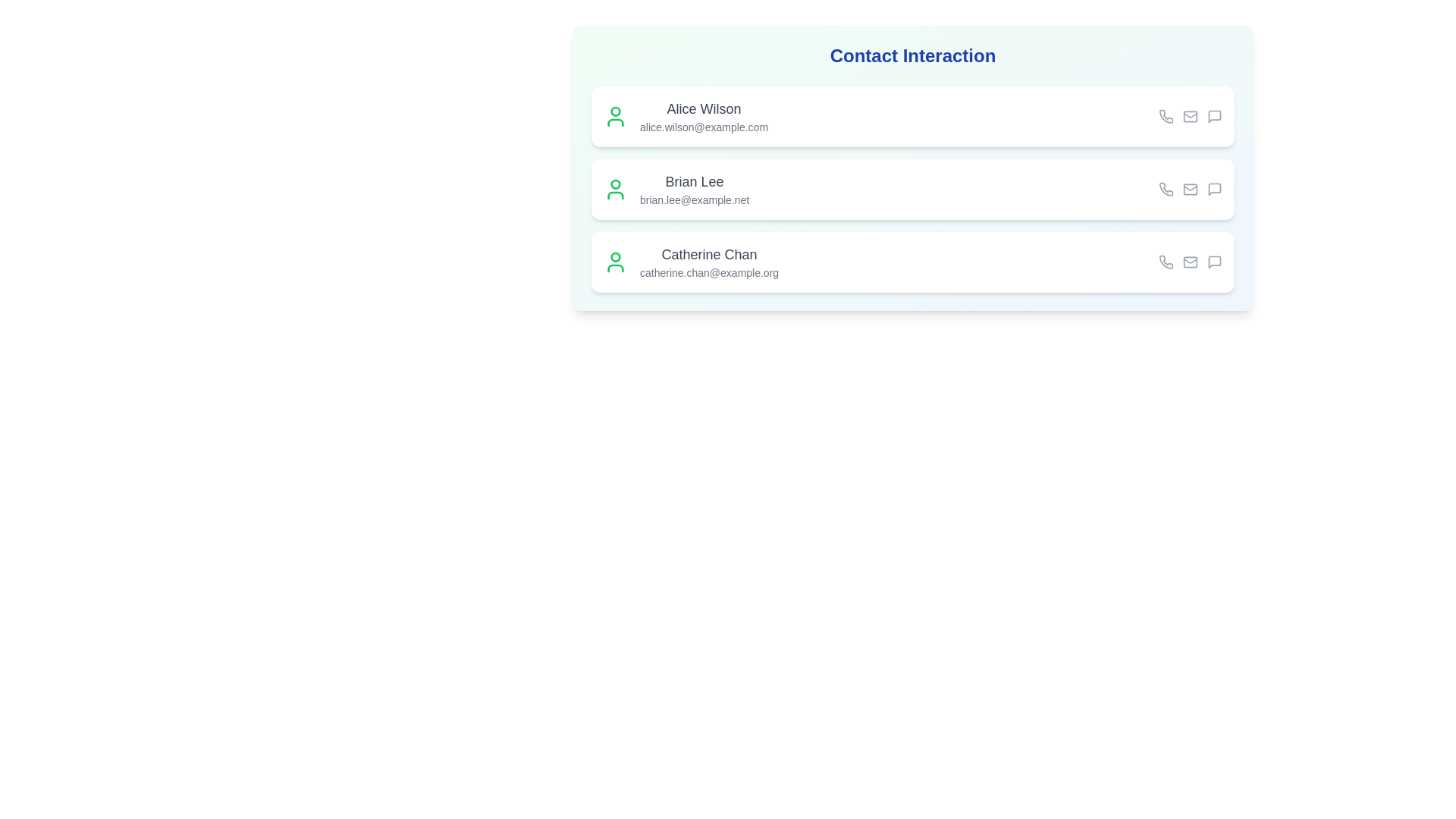 This screenshot has width=1456, height=819. I want to click on the message icon for the contact Catherine Chan, so click(1215, 262).